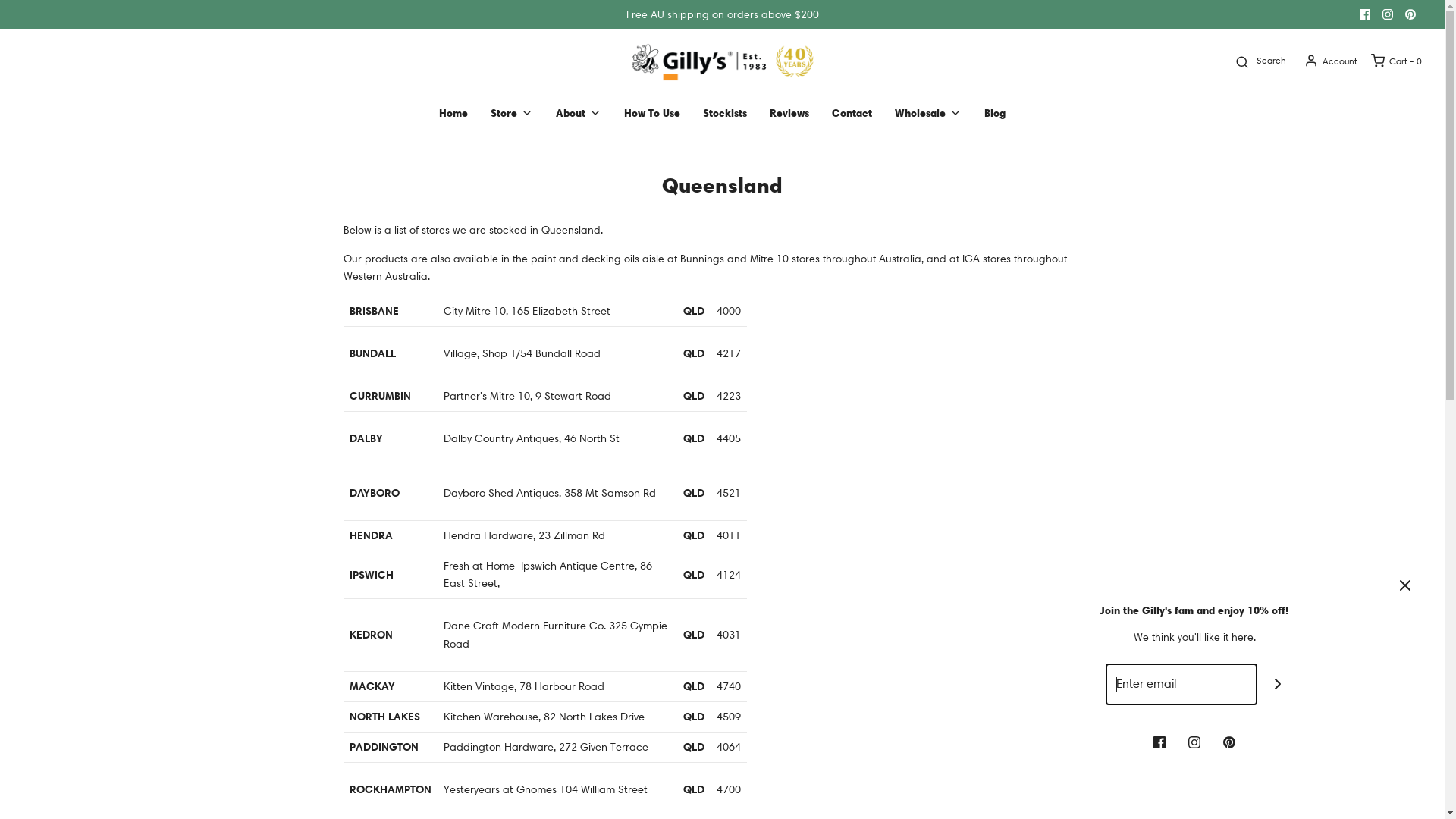  Describe the element at coordinates (1228, 60) in the screenshot. I see `'Search'` at that location.